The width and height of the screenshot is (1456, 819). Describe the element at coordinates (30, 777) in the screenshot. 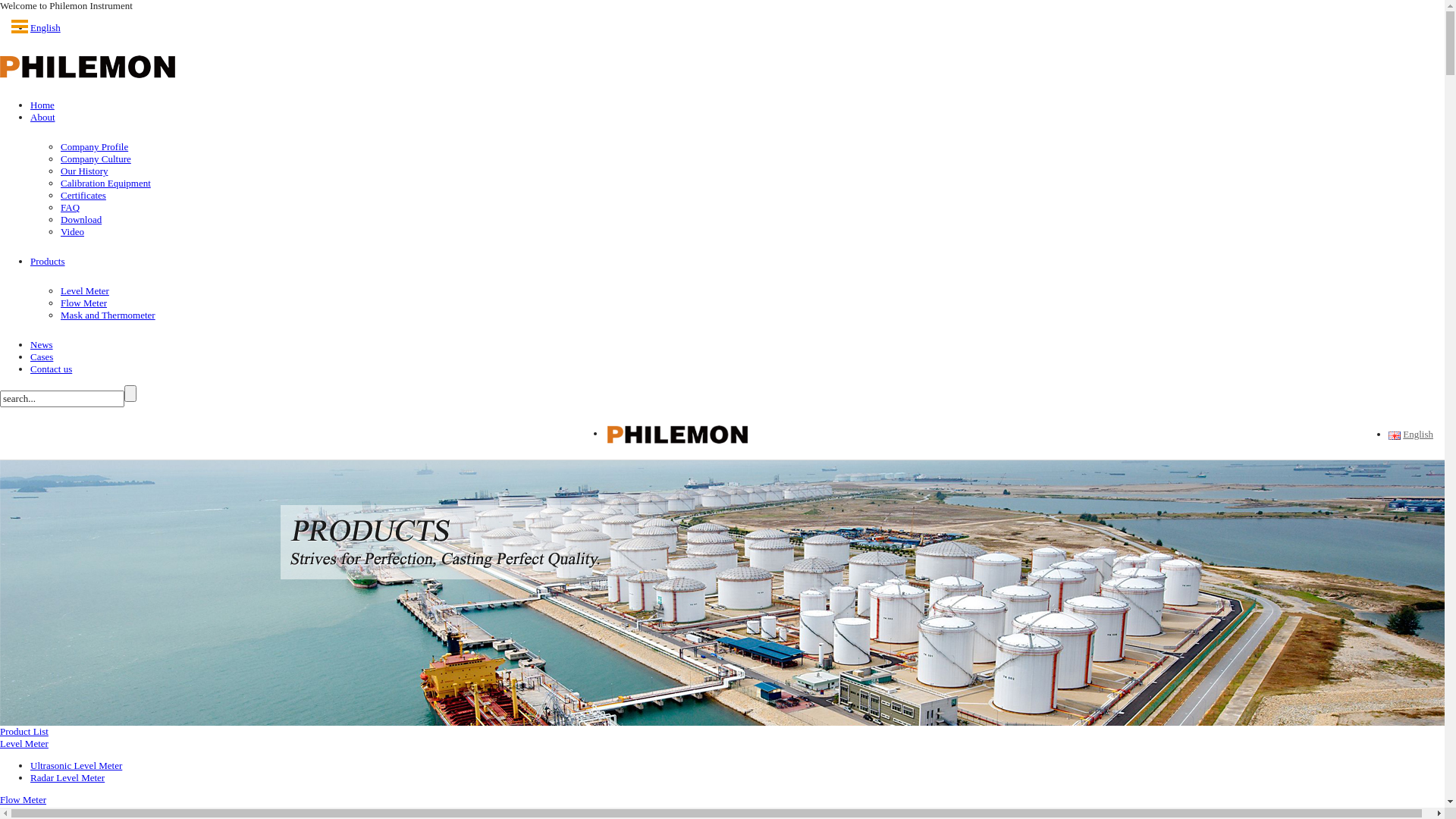

I see `'Radar Level Meter'` at that location.